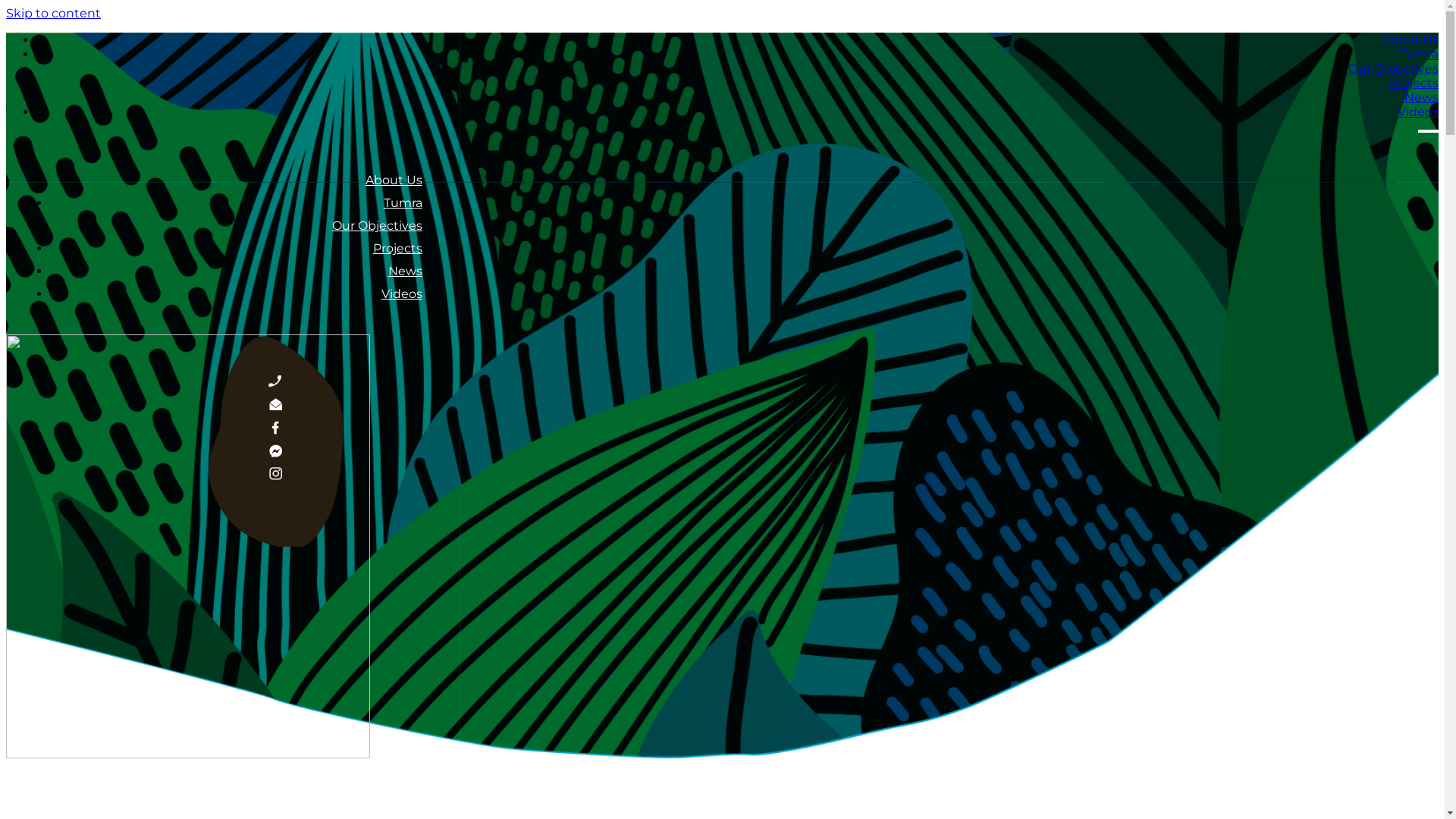 This screenshot has width=1456, height=819. What do you see at coordinates (1393, 68) in the screenshot?
I see `'Our Objectives'` at bounding box center [1393, 68].